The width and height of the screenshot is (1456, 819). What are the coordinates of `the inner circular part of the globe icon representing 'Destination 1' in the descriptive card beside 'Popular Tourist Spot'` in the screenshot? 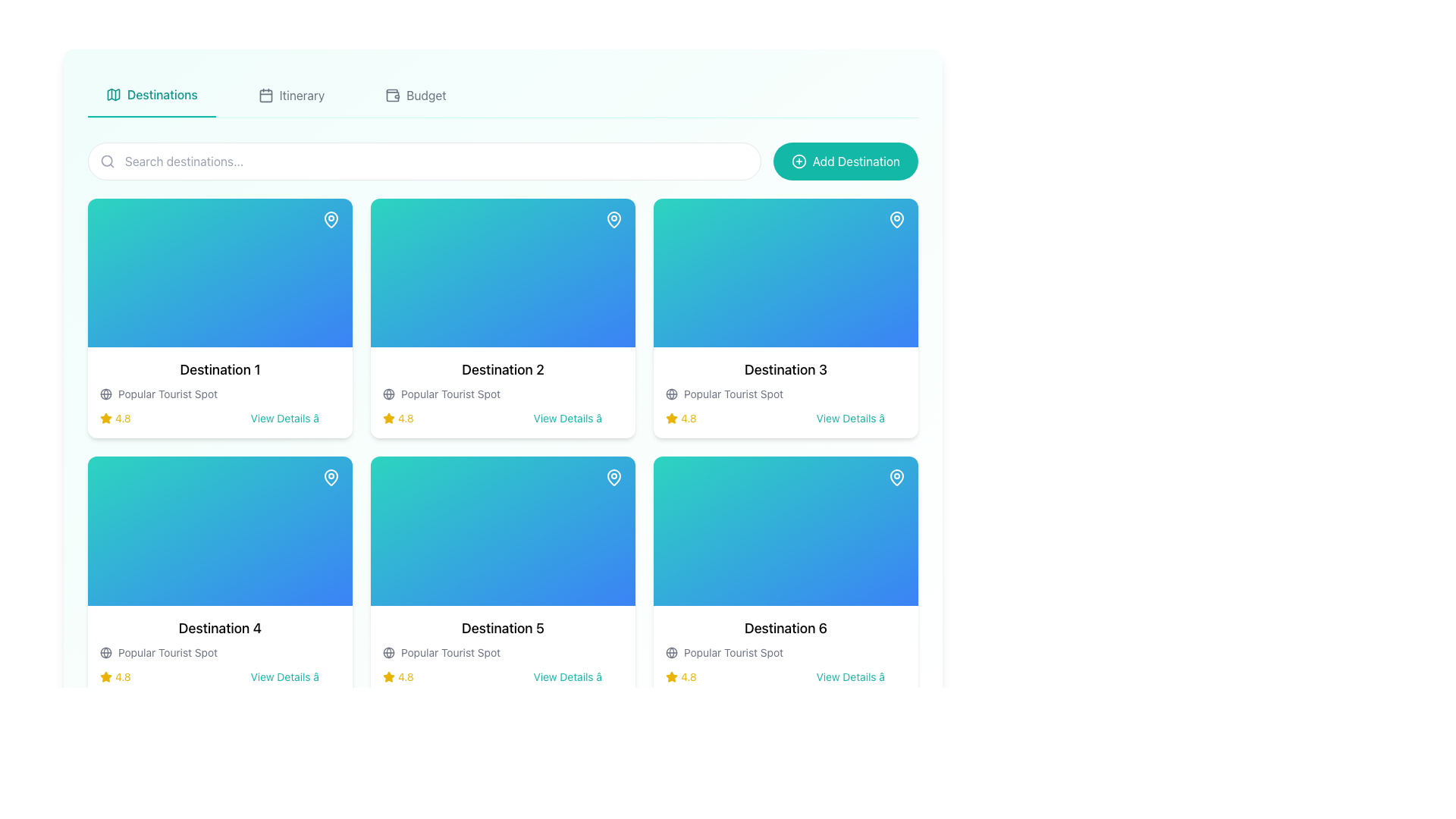 It's located at (389, 394).